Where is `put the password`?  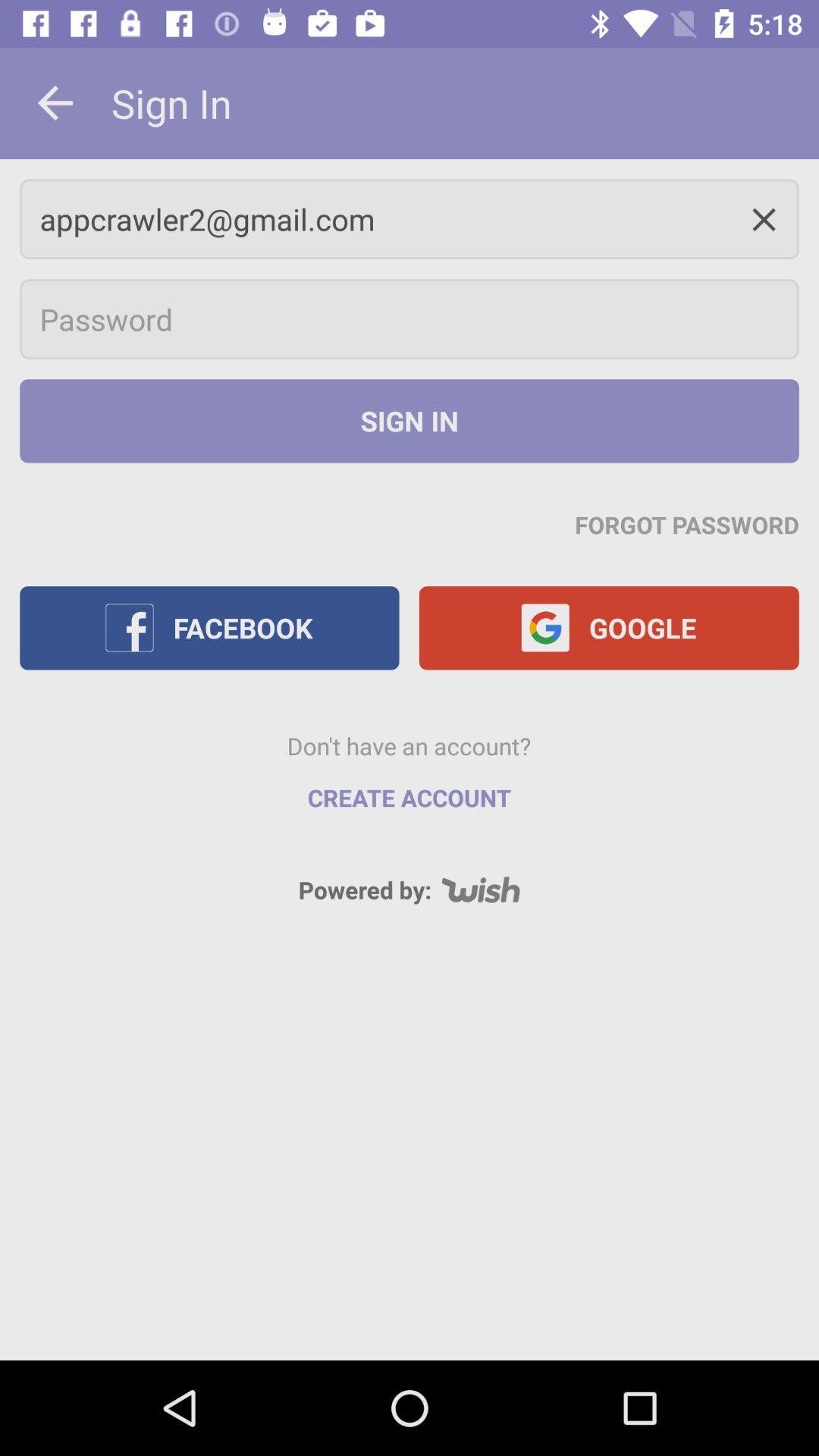 put the password is located at coordinates (409, 318).